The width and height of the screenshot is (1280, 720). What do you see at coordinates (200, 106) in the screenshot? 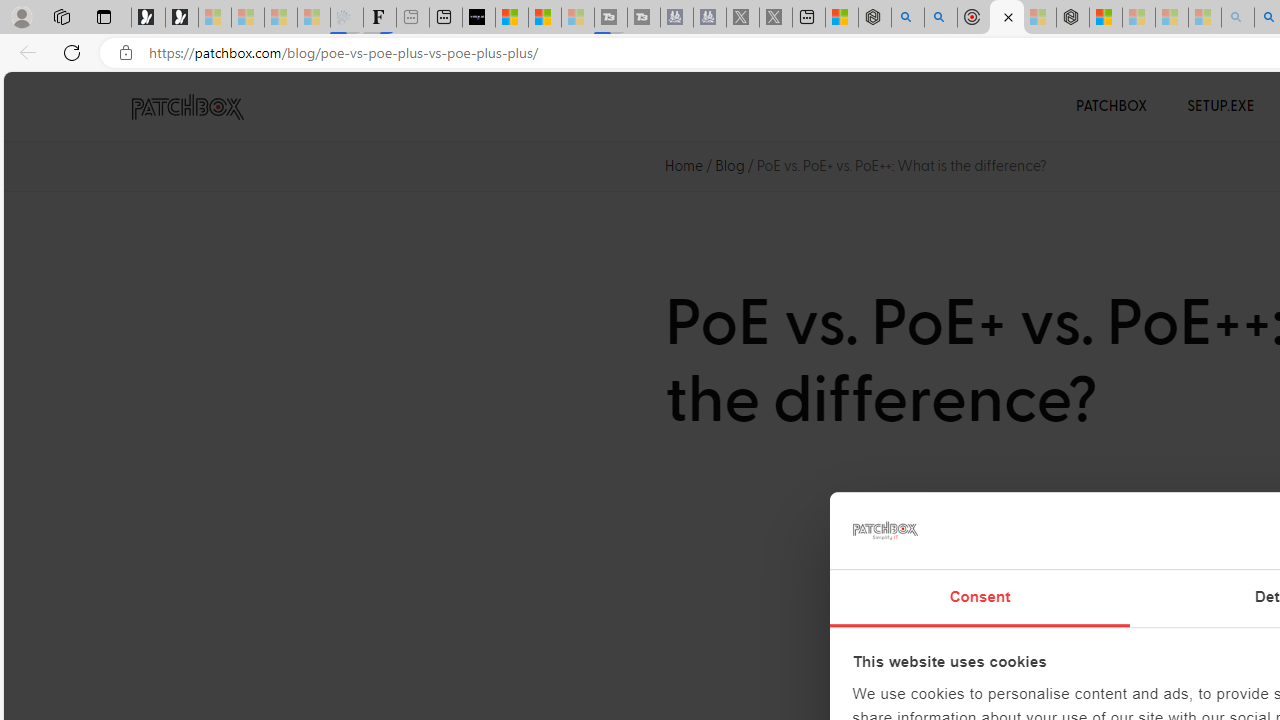
I see `'PATCHBOX Simplify IT'` at bounding box center [200, 106].